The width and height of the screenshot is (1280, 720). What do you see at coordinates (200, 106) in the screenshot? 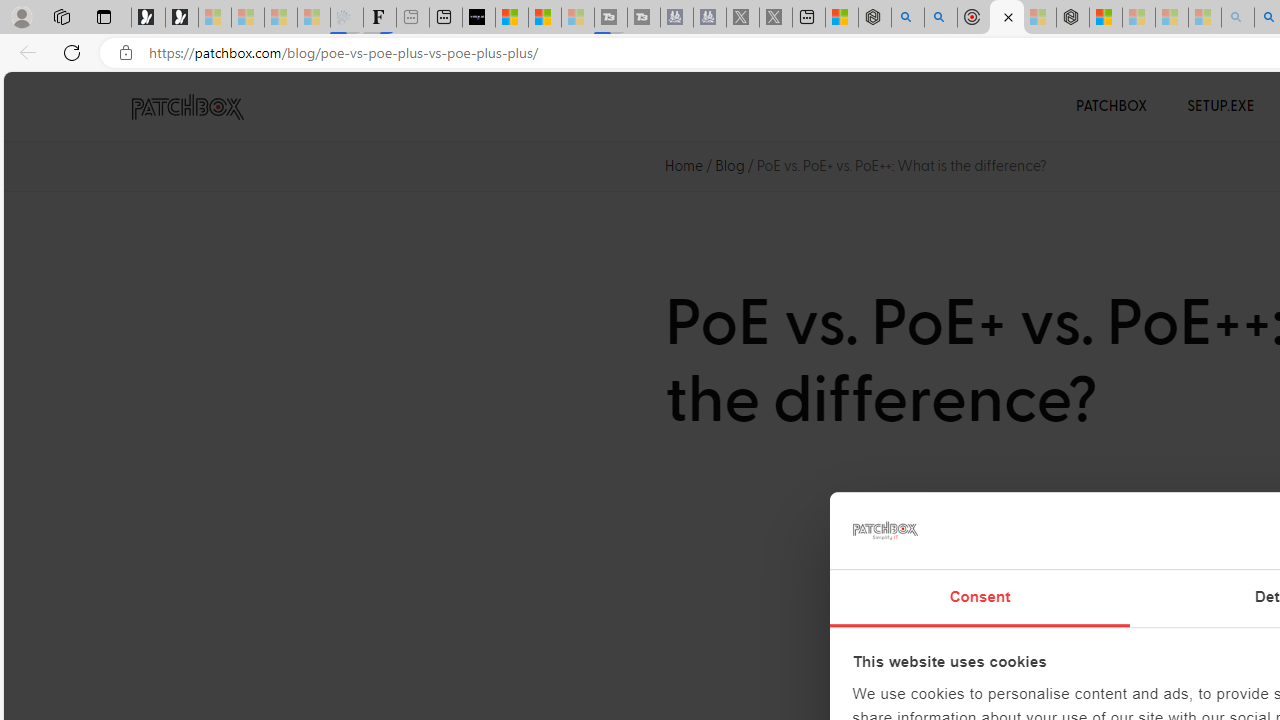
I see `'PATCHBOX Simplify IT'` at bounding box center [200, 106].